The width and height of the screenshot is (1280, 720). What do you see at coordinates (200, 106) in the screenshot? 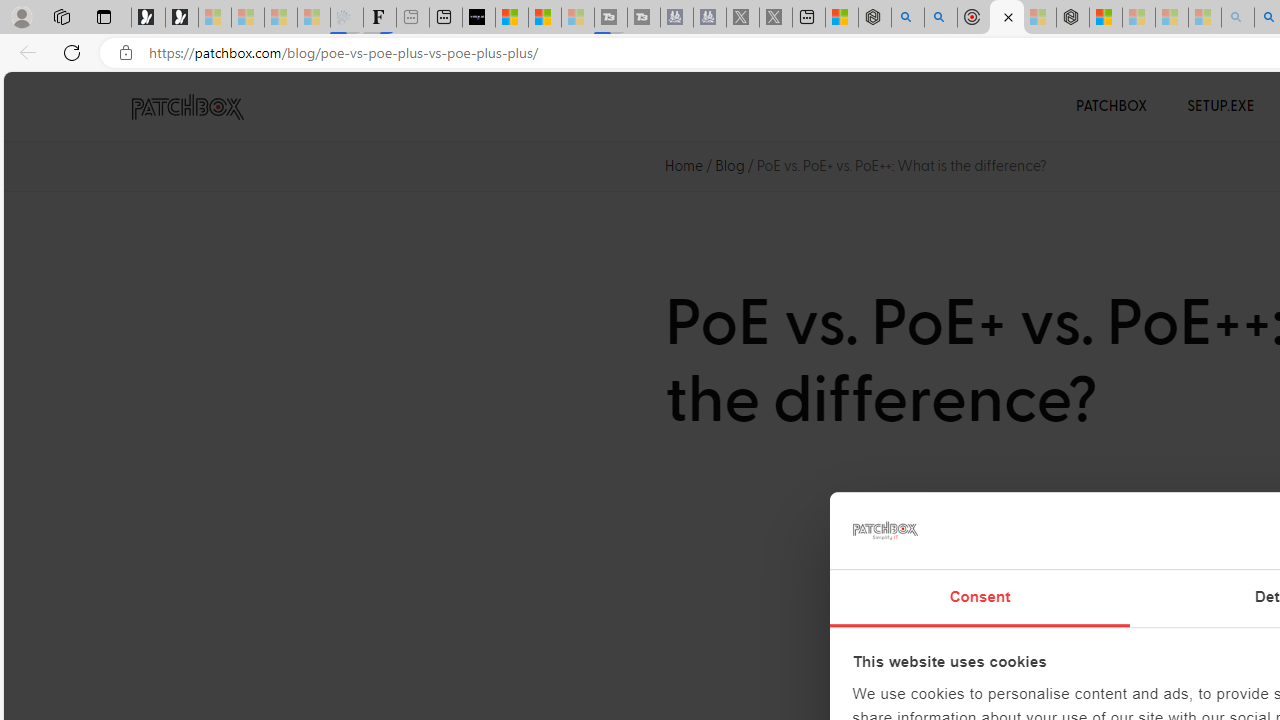
I see `'PATCHBOX Simplify IT'` at bounding box center [200, 106].